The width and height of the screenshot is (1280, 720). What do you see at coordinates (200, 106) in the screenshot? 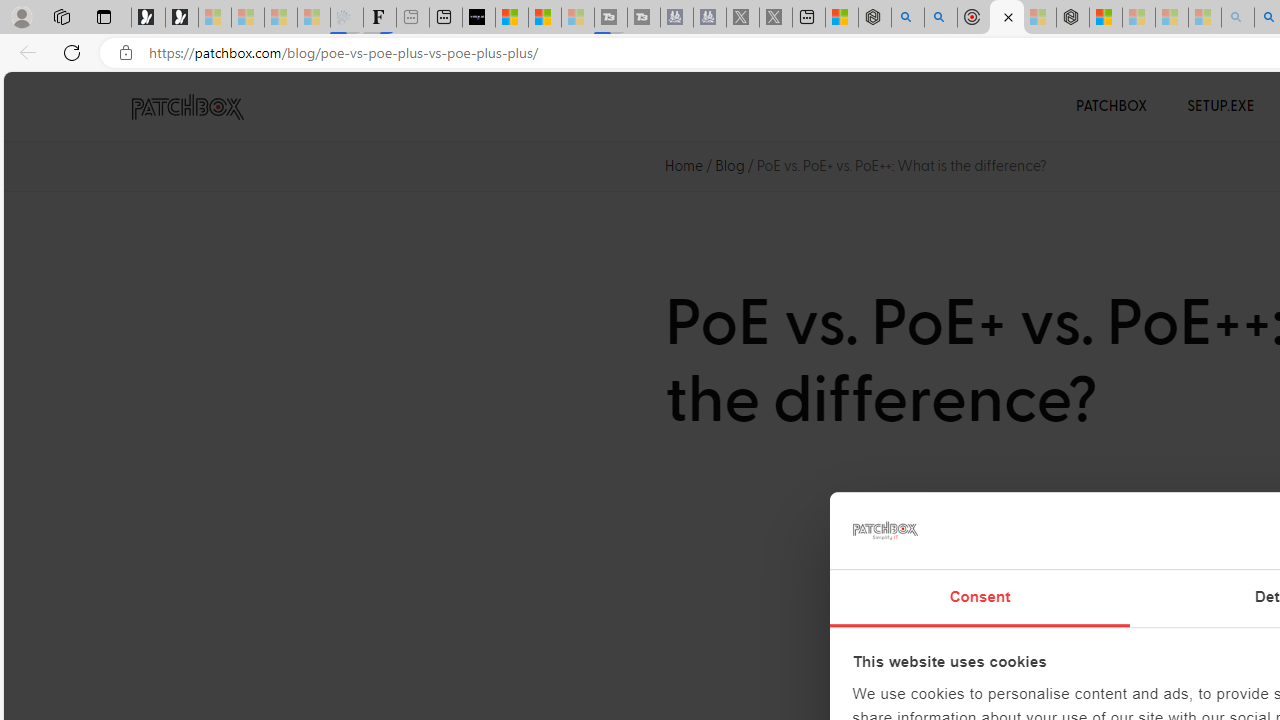
I see `'PATCHBOX Simplify IT'` at bounding box center [200, 106].